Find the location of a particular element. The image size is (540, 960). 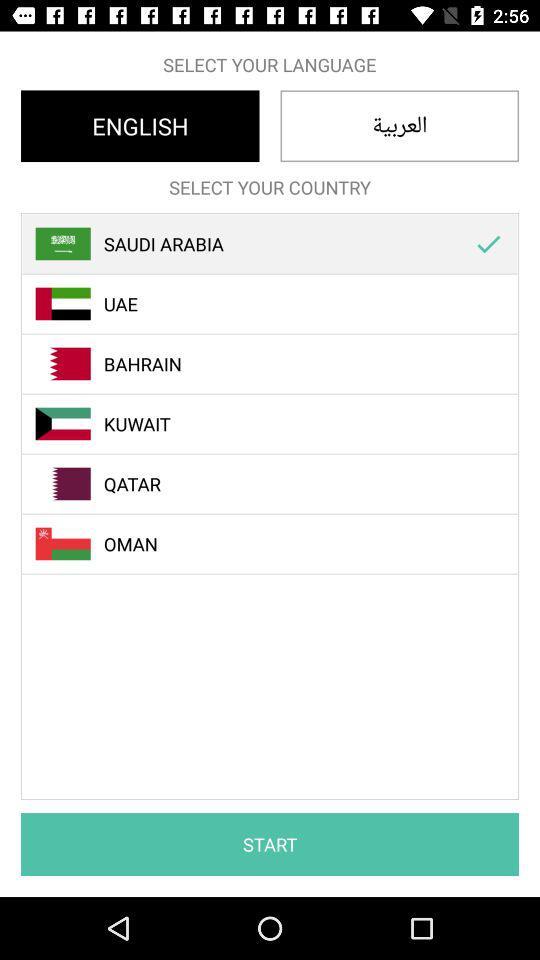

the bahrain item is located at coordinates (280, 363).